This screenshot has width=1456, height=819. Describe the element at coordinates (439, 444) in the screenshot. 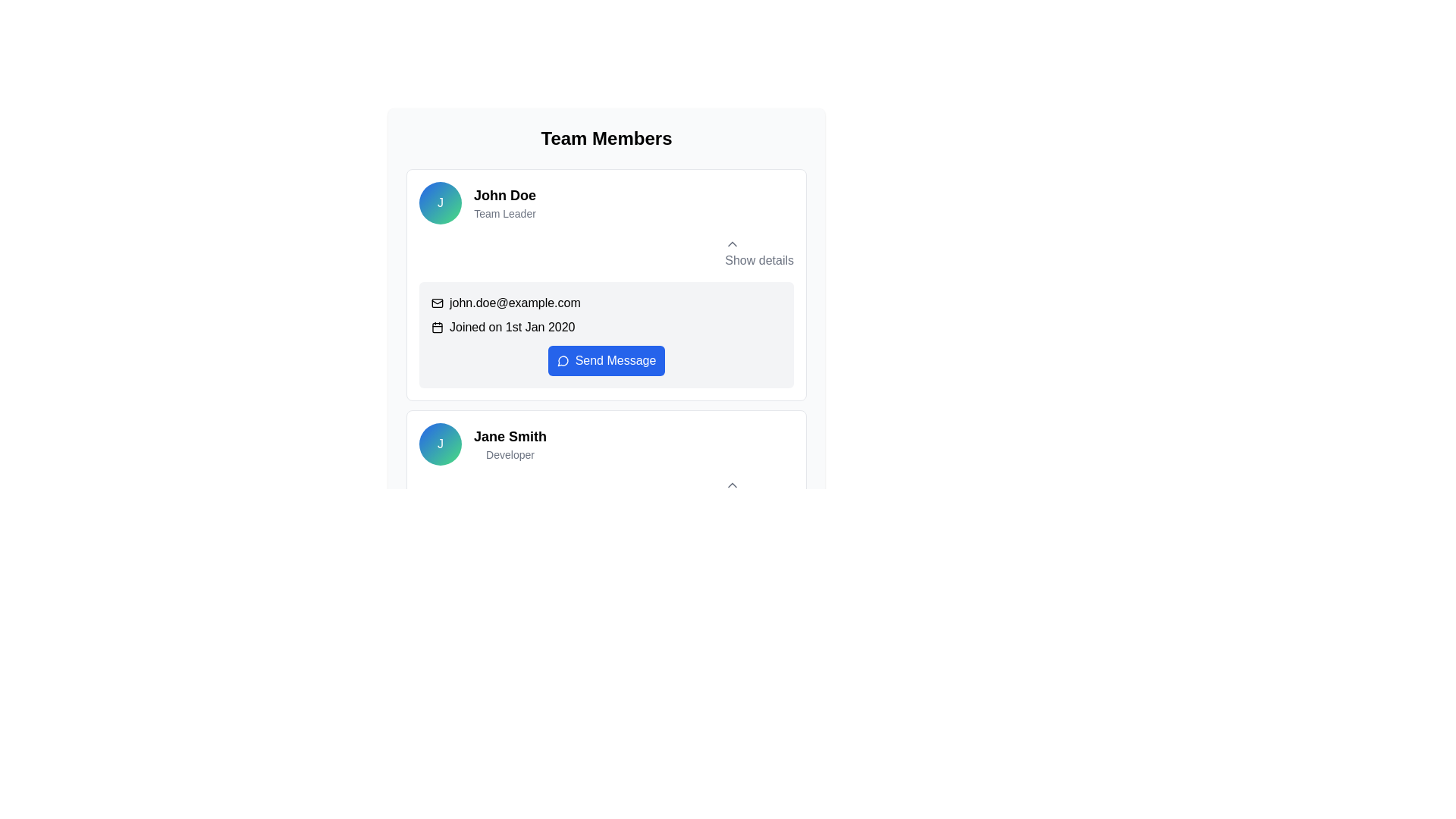

I see `the circular badge with a gradient background that contains the letter 'J' at its center, located under the 'Team Members' section` at that location.